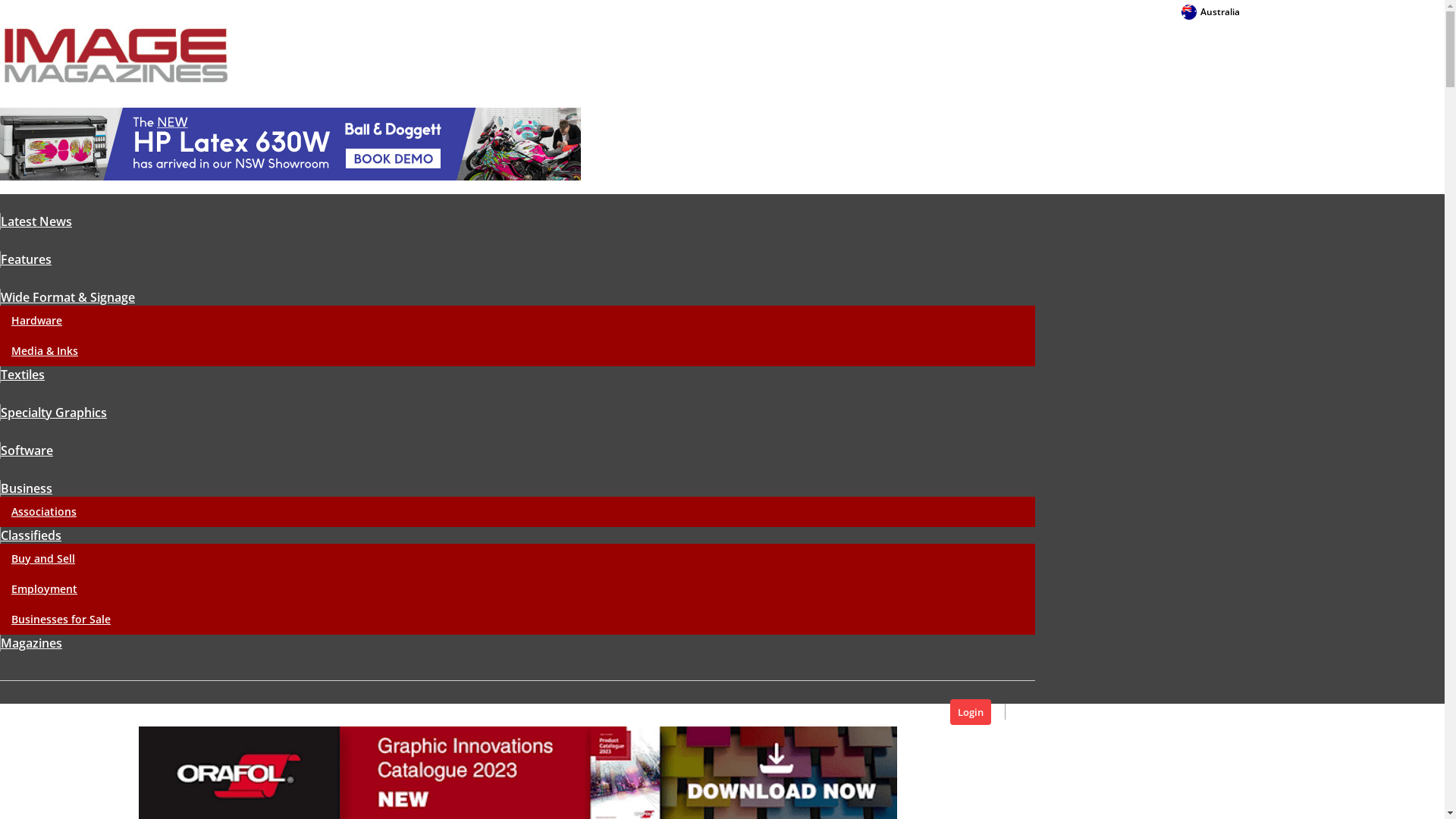  I want to click on 'Software', so click(0, 450).